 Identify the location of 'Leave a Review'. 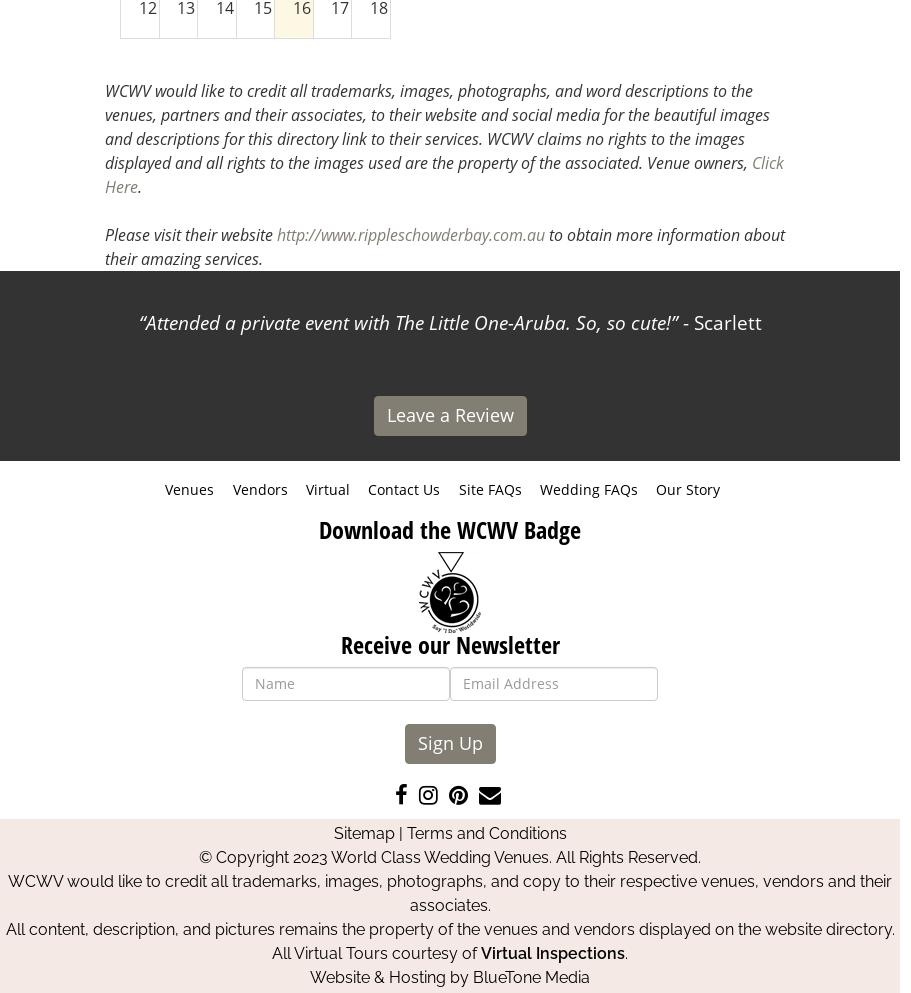
(449, 413).